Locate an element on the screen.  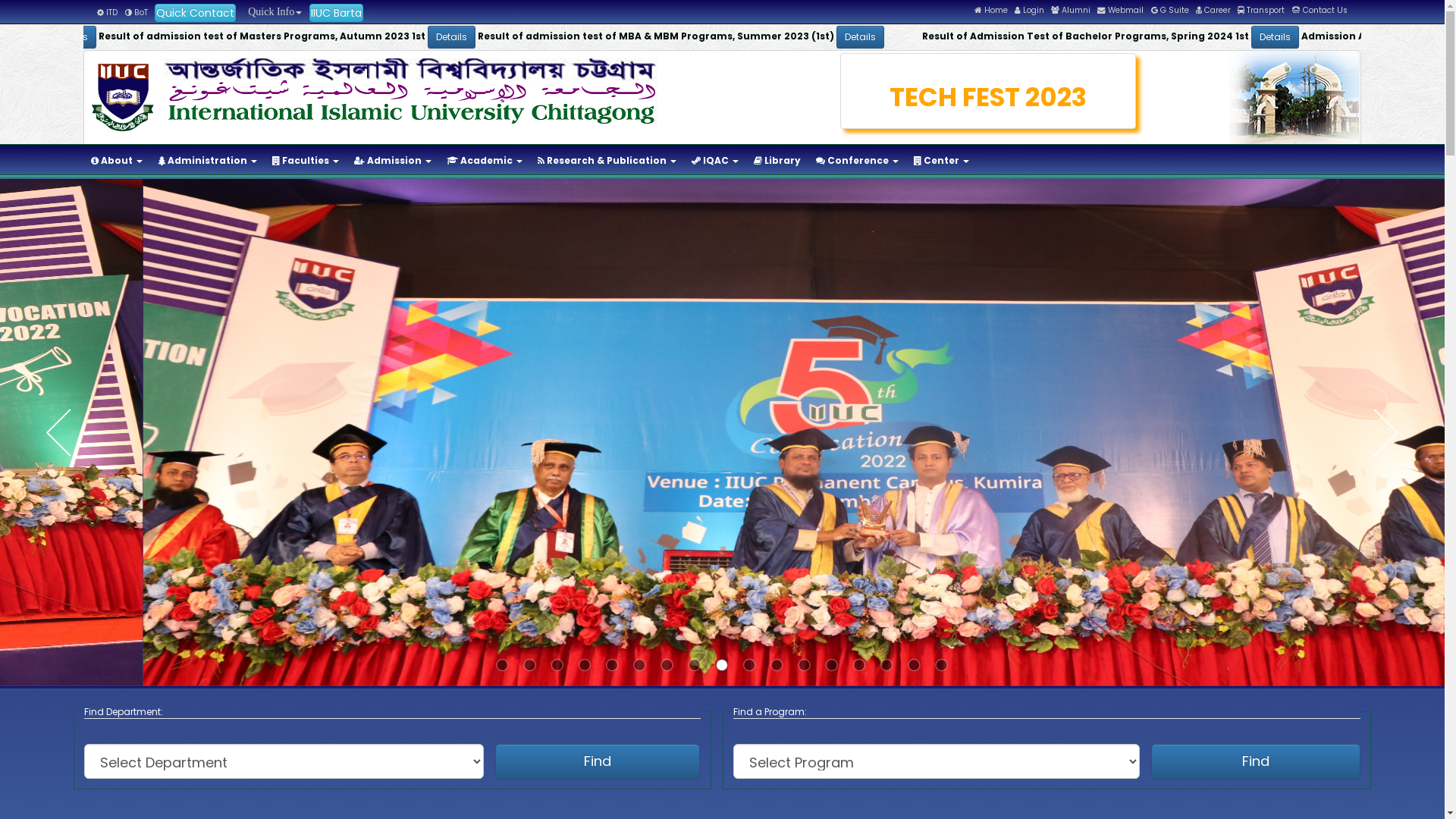
'About' is located at coordinates (83, 161).